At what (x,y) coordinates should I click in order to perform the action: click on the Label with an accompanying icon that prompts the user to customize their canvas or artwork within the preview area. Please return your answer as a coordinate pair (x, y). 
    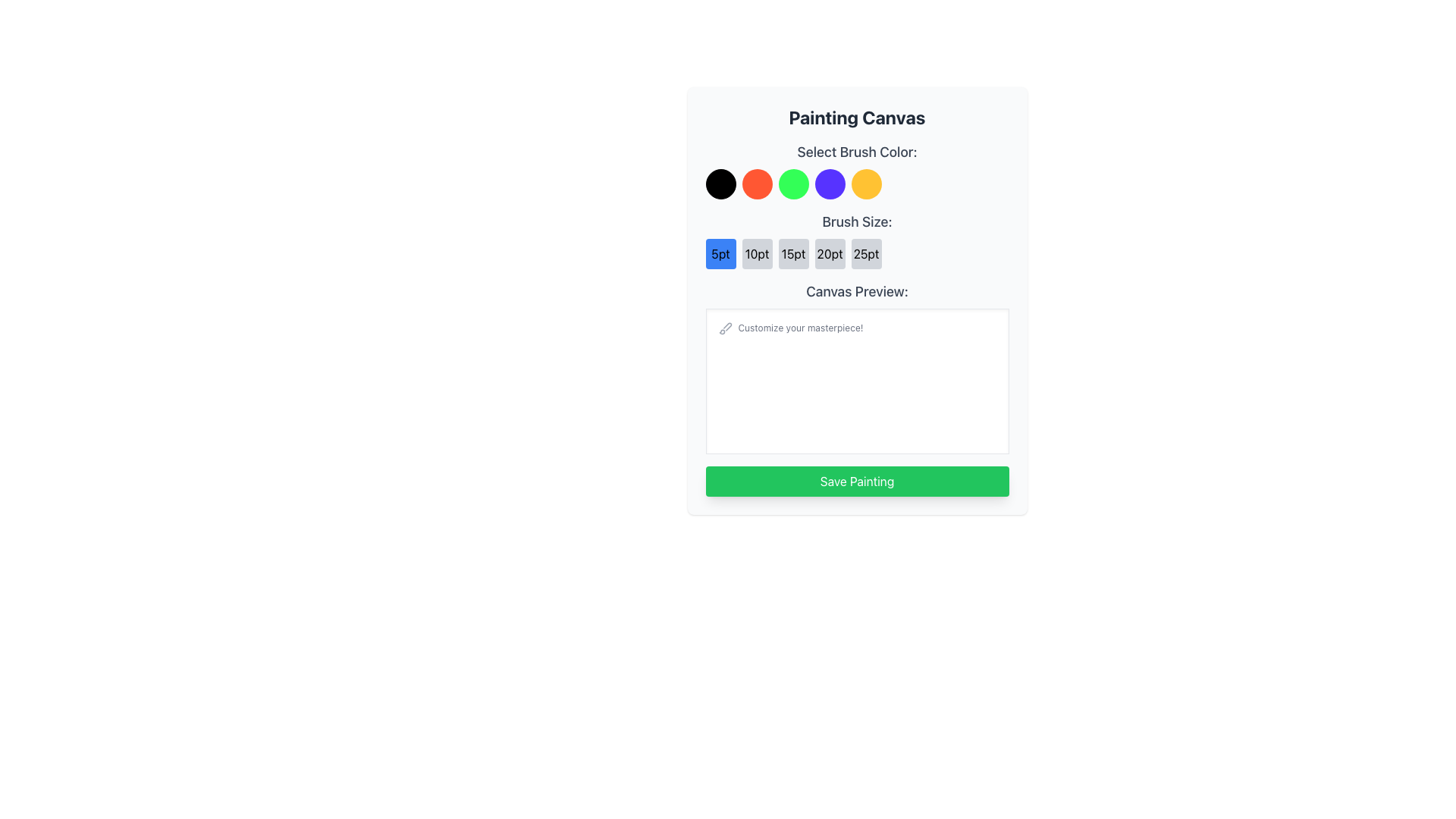
    Looking at the image, I should click on (789, 327).